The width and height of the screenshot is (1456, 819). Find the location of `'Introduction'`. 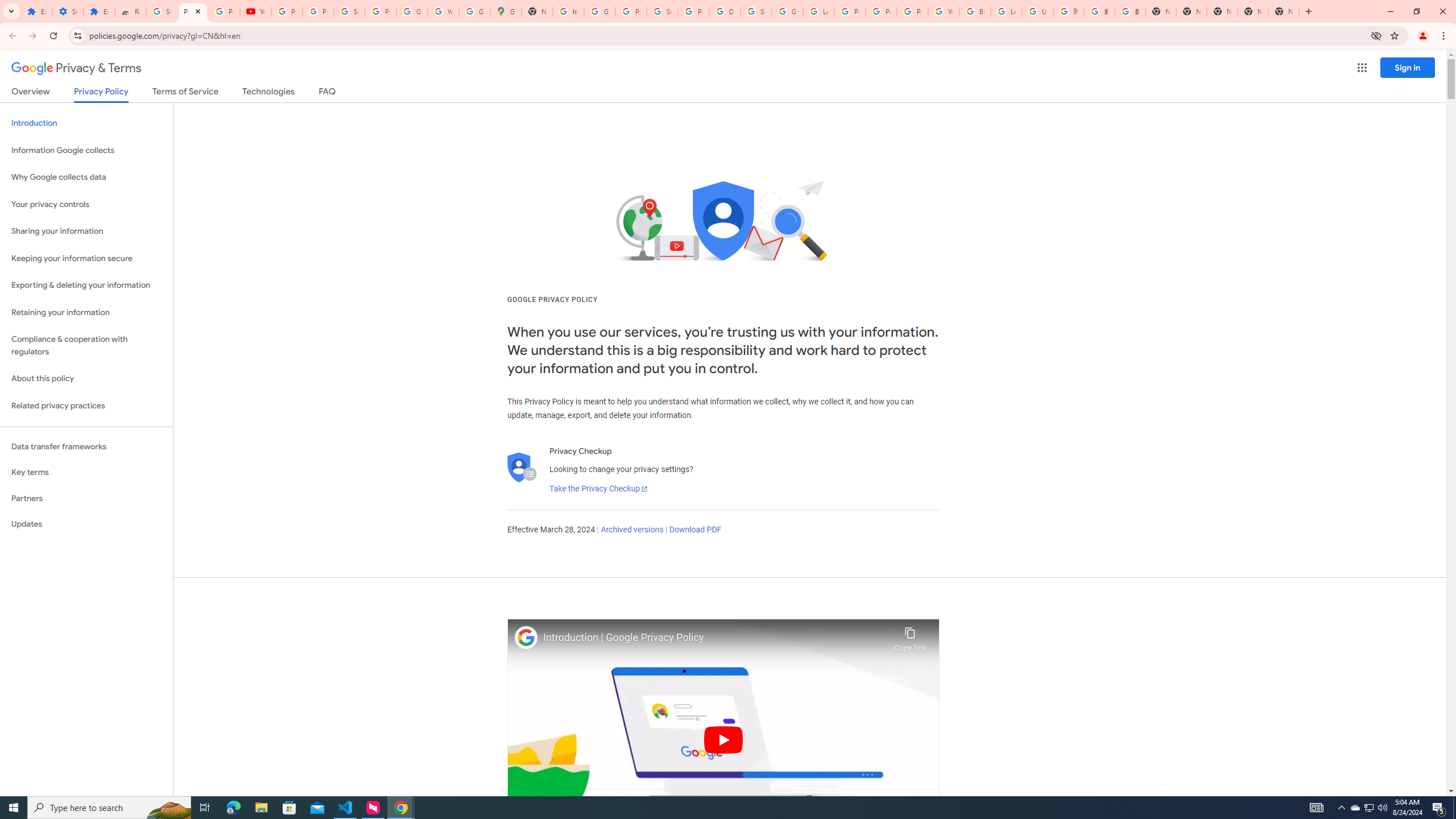

'Introduction' is located at coordinates (86, 122).